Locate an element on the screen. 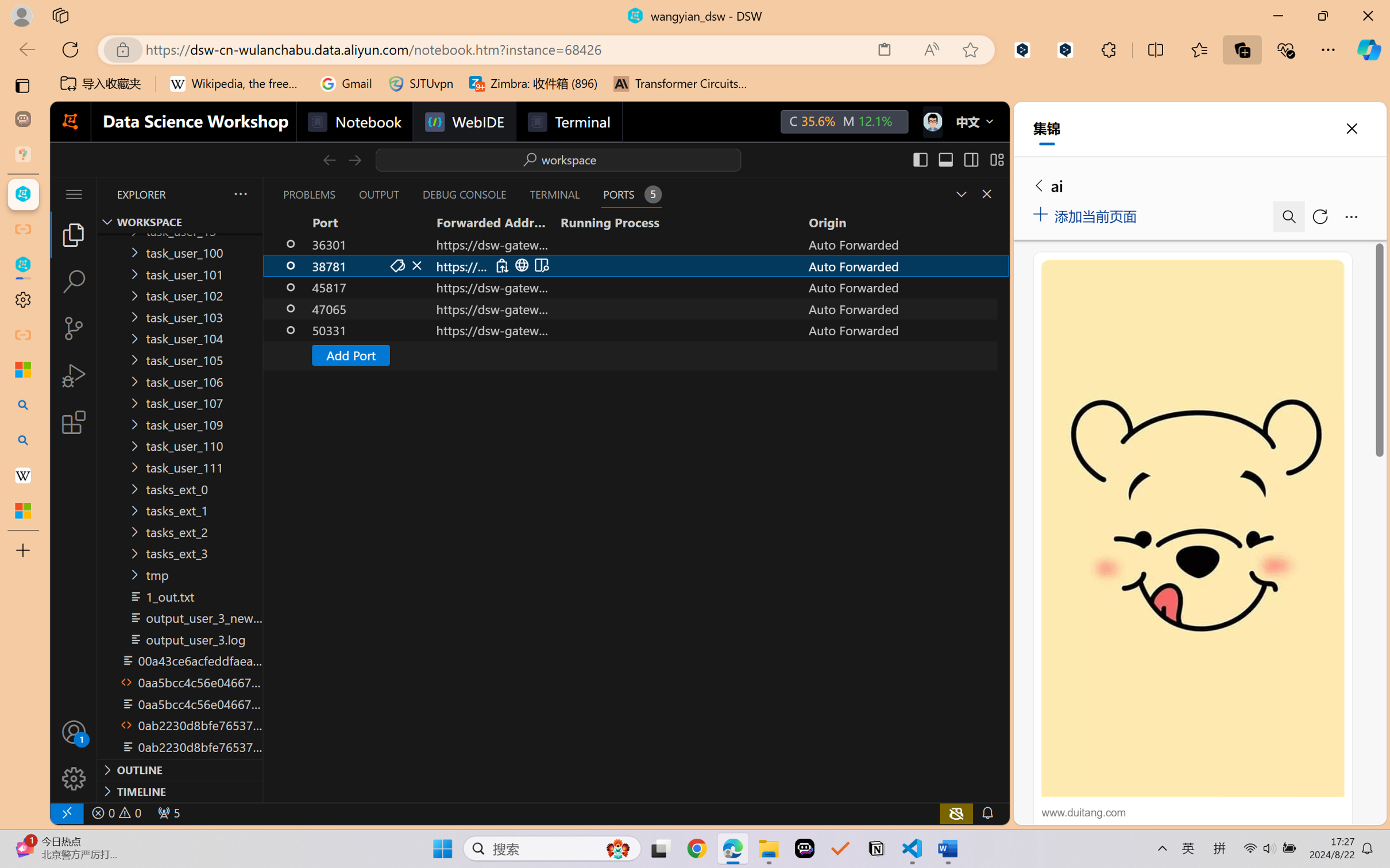 The width and height of the screenshot is (1390, 868). 'Title actions' is located at coordinates (958, 159).